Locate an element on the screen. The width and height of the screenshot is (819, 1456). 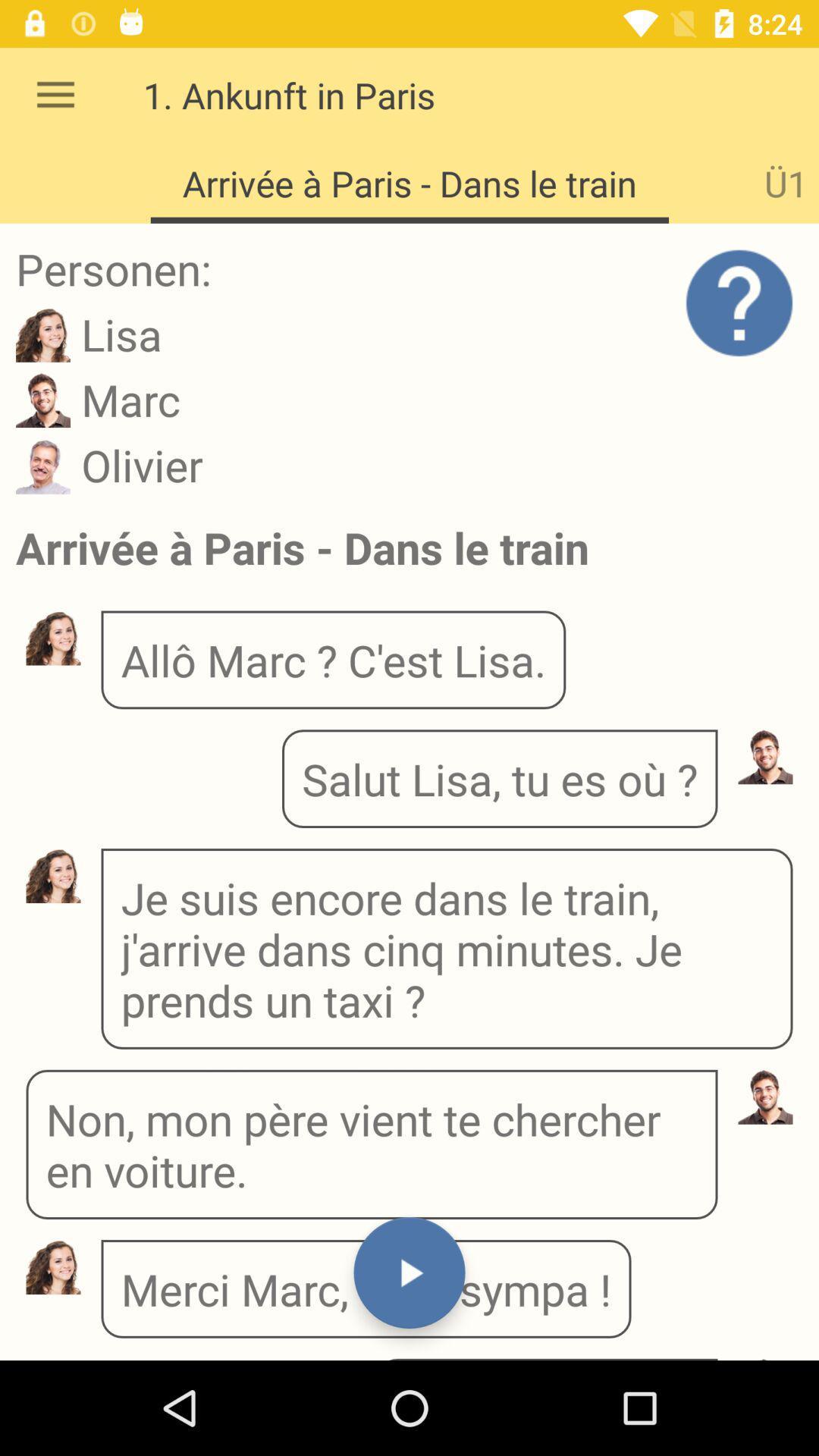
the play icon is located at coordinates (409, 1272).